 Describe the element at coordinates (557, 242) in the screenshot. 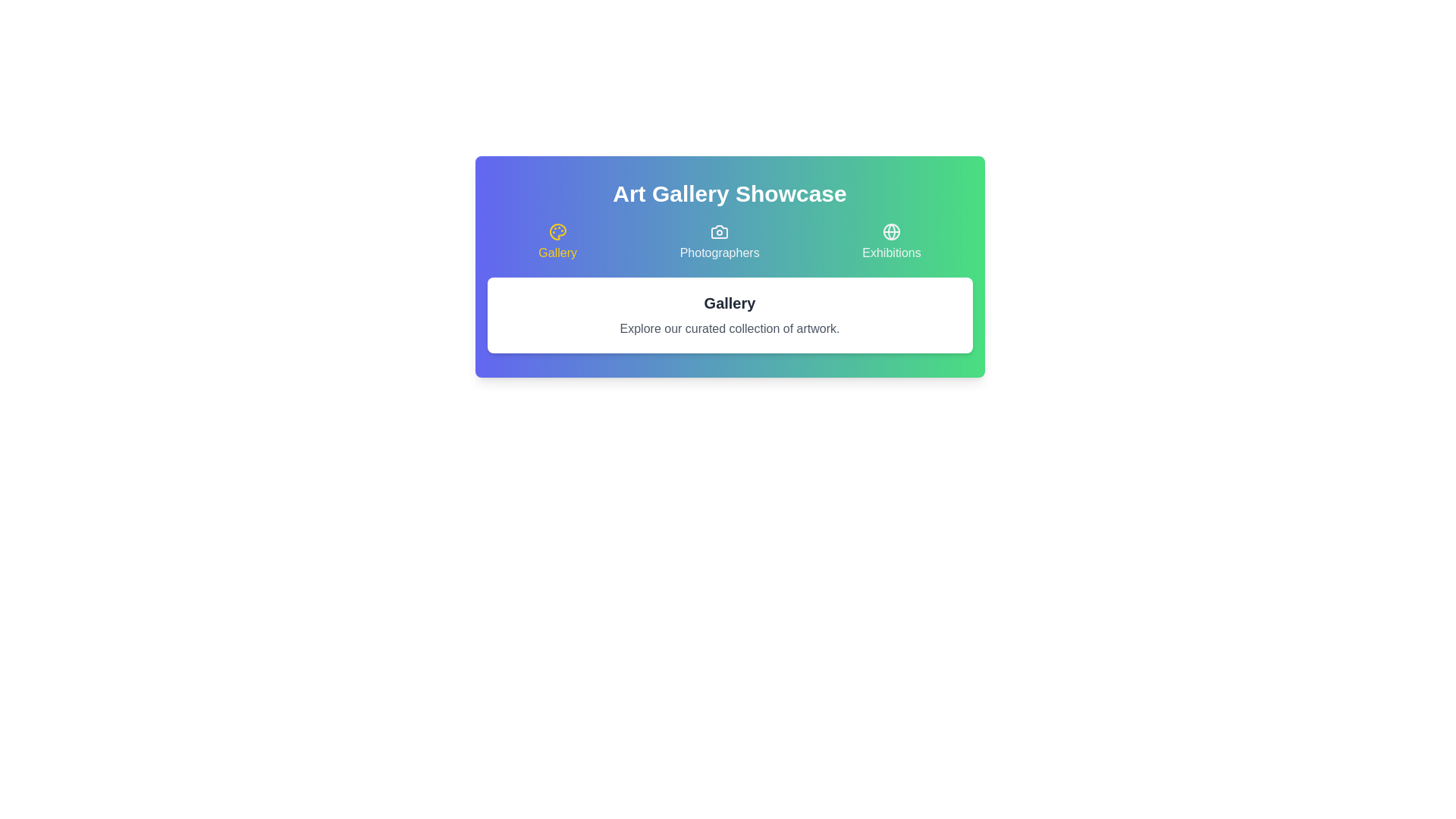

I see `the tab corresponding to Gallery` at that location.